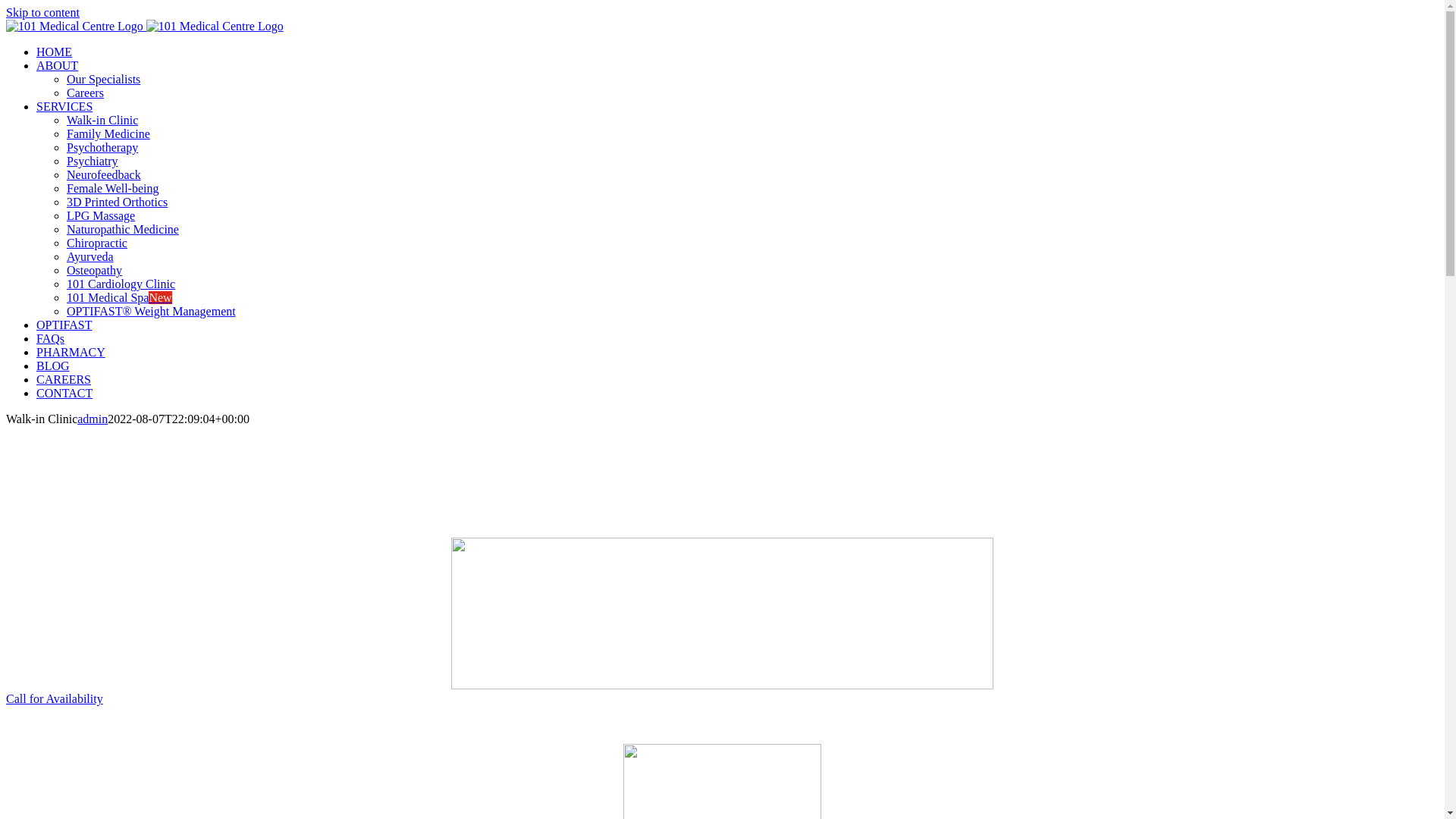 The height and width of the screenshot is (819, 1456). Describe the element at coordinates (65, 174) in the screenshot. I see `'Neurofeedback'` at that location.